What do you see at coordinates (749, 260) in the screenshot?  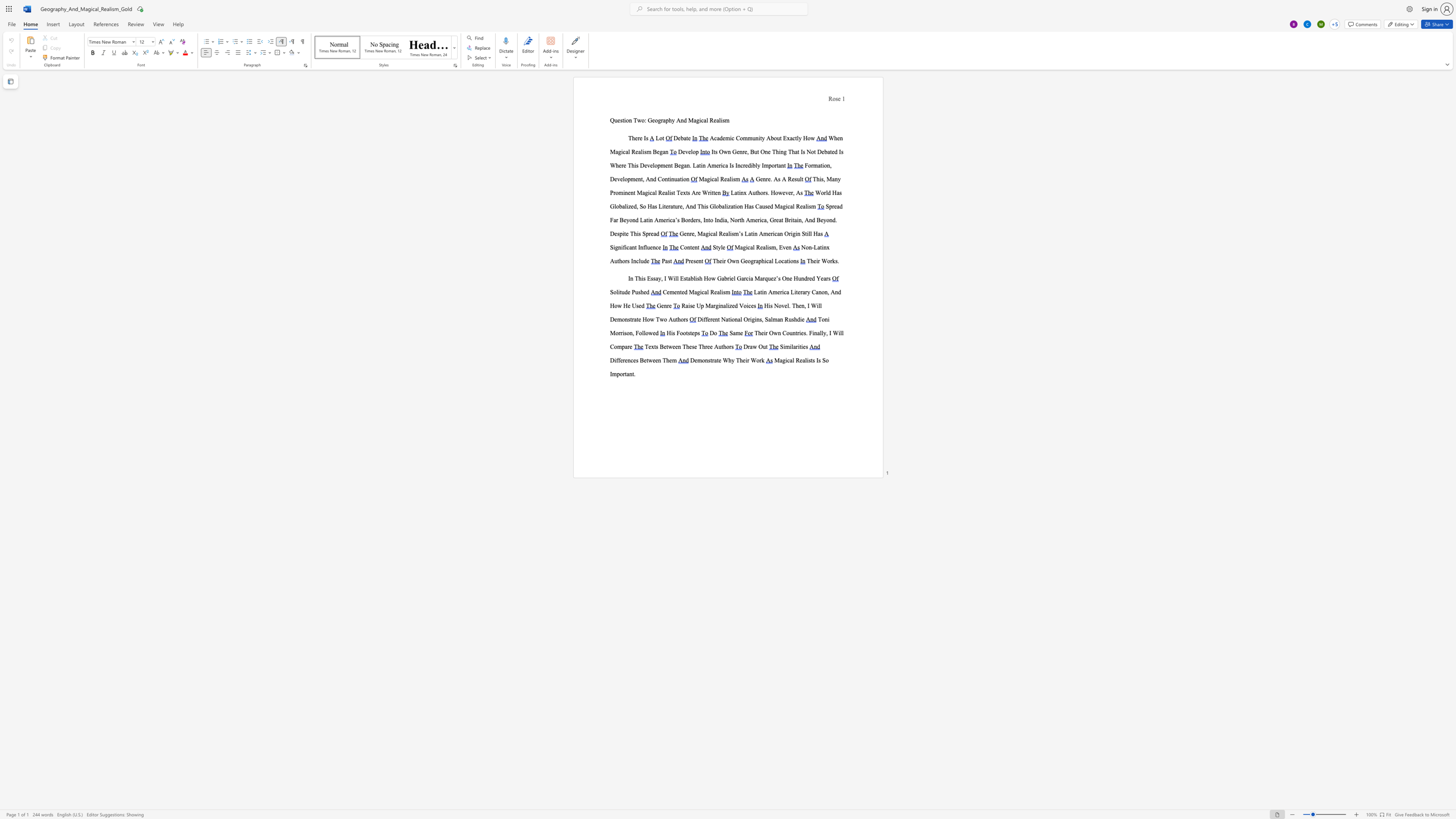 I see `the 1th character "o" in the text` at bounding box center [749, 260].